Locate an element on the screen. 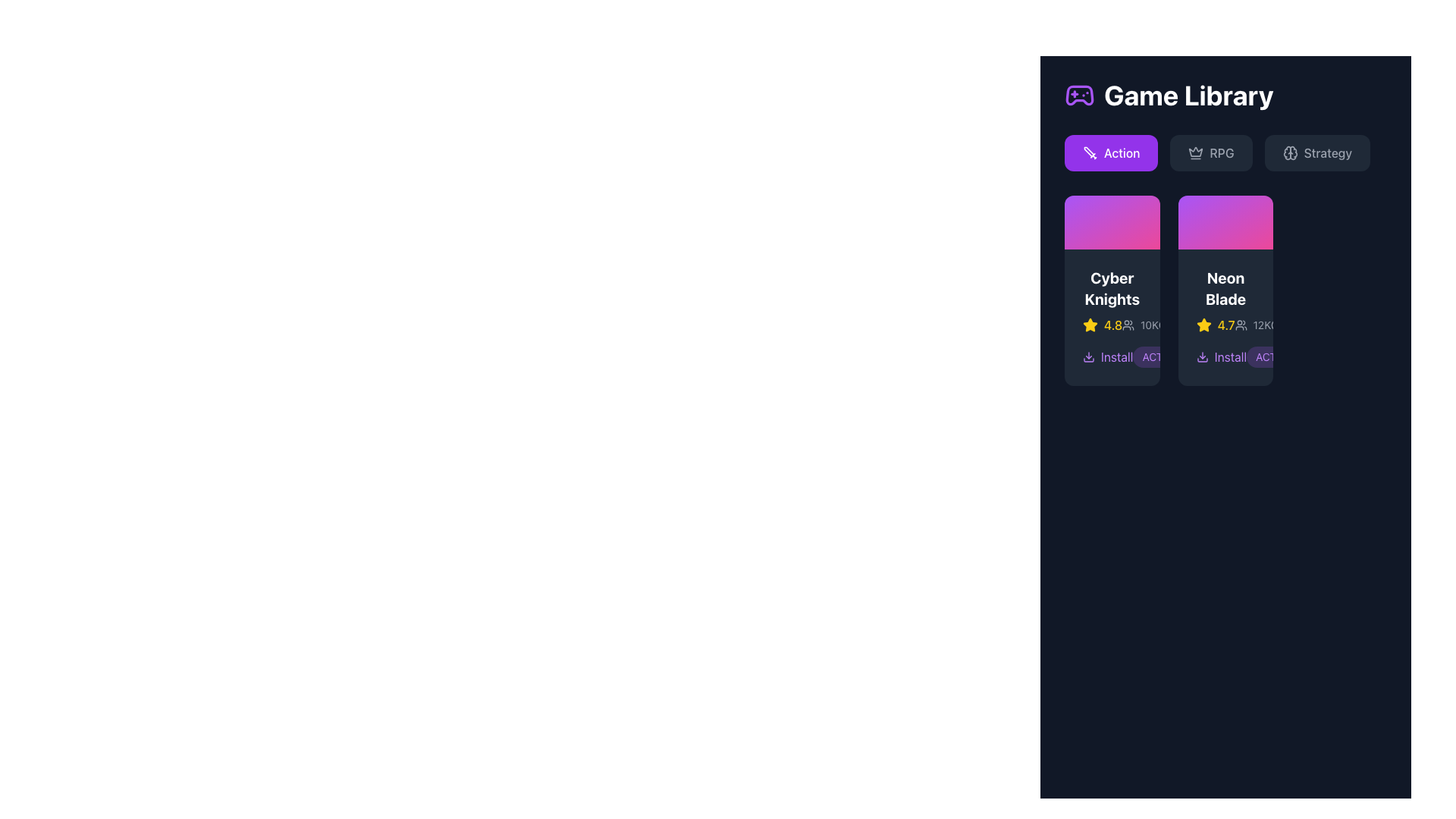  the interactive label button for the game 'Neon Blade' located at the bottom of its card in the 'Game Library' list is located at coordinates (1225, 356).